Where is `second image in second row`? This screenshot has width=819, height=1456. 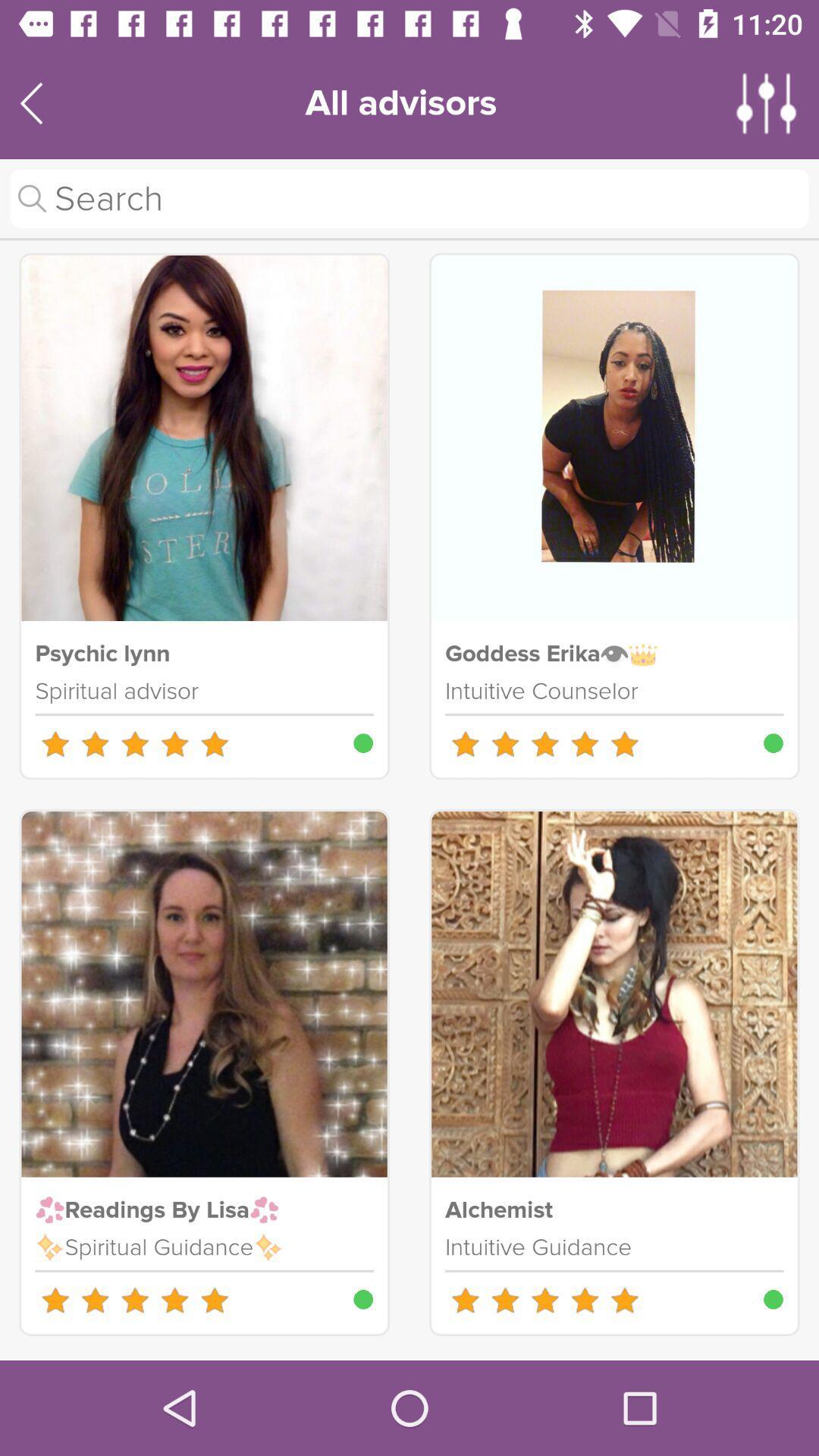 second image in second row is located at coordinates (614, 994).